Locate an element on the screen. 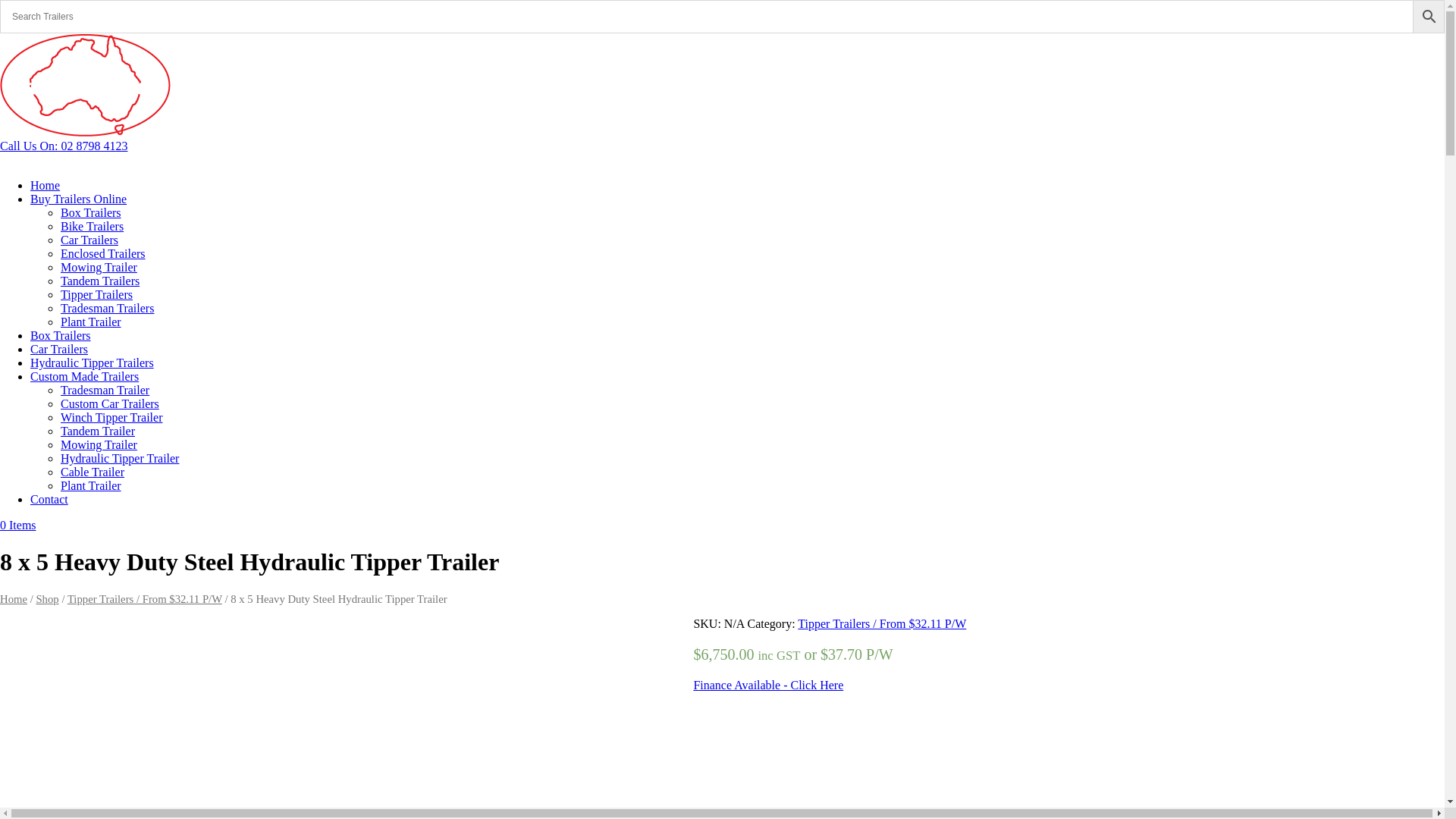  'Hydraulic Tipper Trailers' is located at coordinates (91, 362).